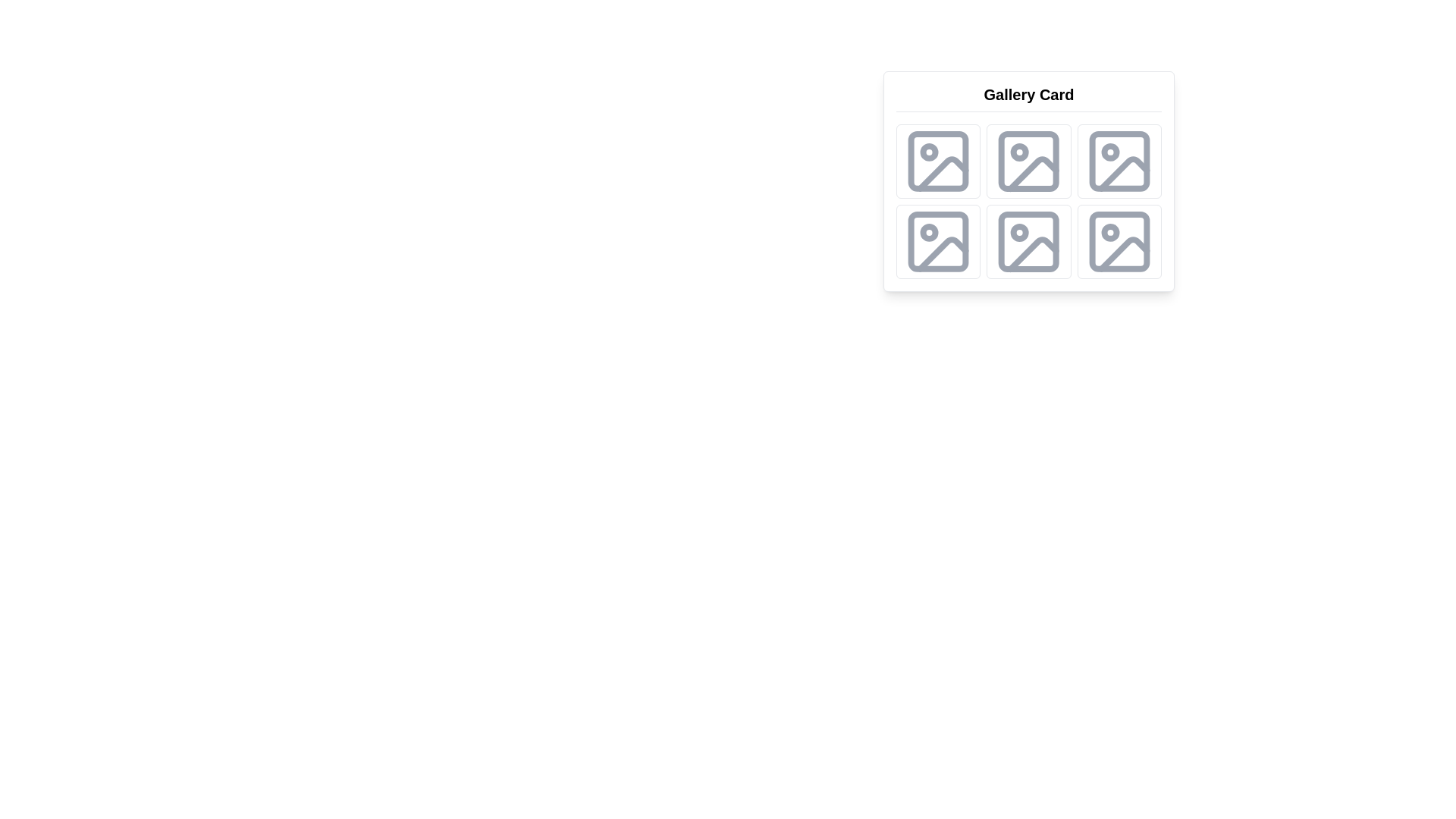  What do you see at coordinates (1110, 152) in the screenshot?
I see `the graphical design of the decorative circle element located in the top-right region of the grid layout, specifically inside the third image of the first row` at bounding box center [1110, 152].